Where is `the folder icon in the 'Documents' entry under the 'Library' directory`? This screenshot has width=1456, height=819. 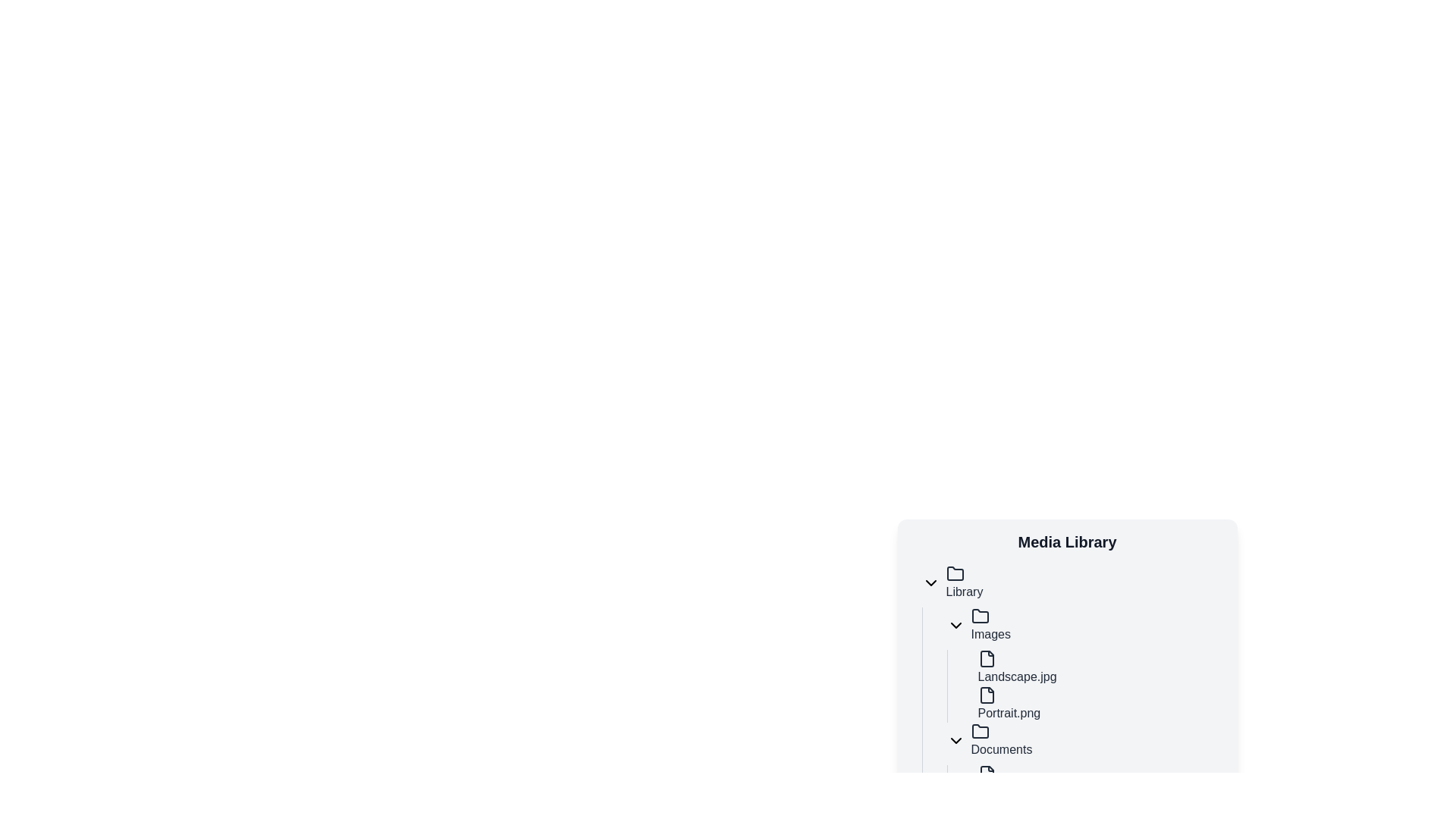 the folder icon in the 'Documents' entry under the 'Library' directory is located at coordinates (980, 730).